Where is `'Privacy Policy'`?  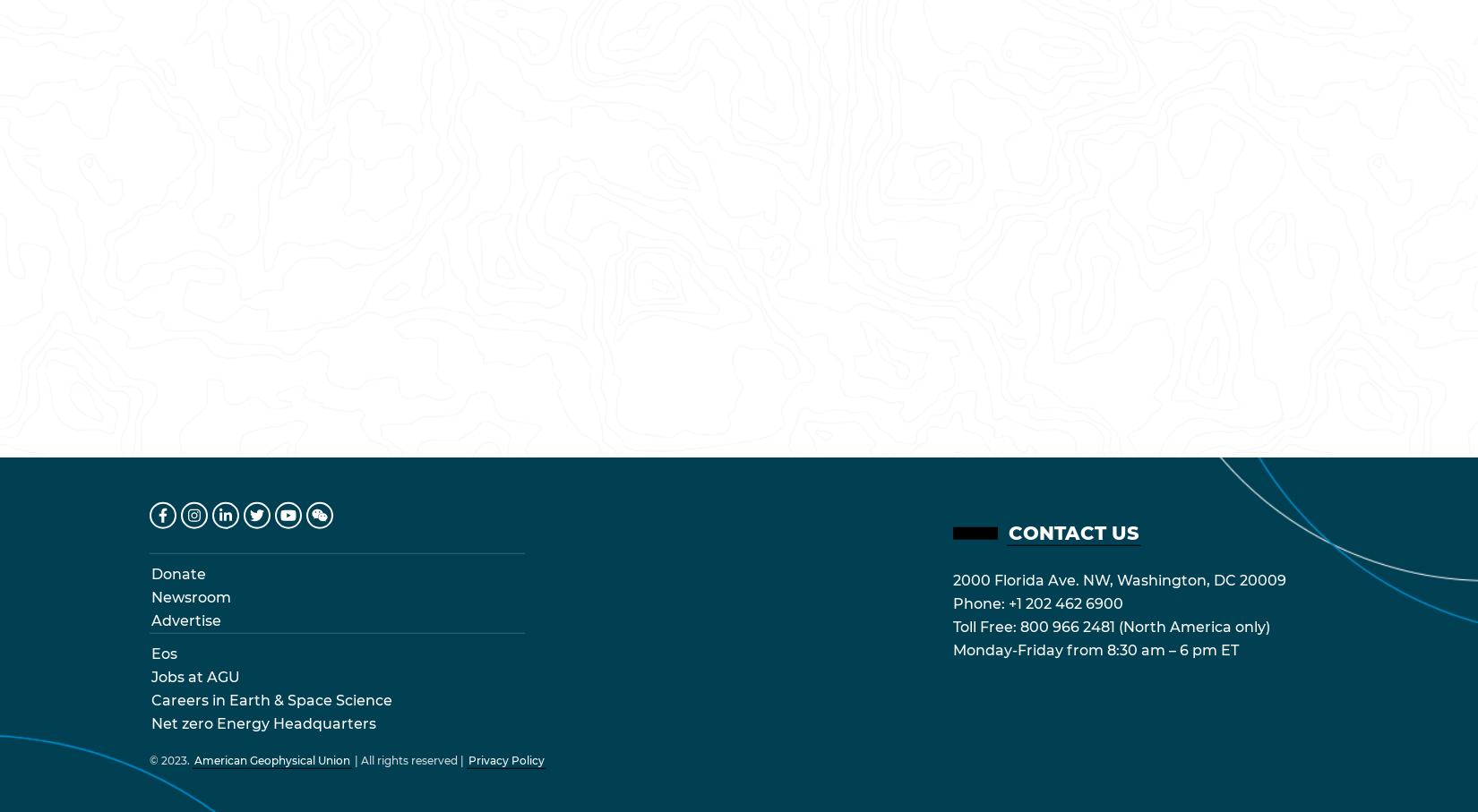
'Privacy Policy' is located at coordinates (505, 759).